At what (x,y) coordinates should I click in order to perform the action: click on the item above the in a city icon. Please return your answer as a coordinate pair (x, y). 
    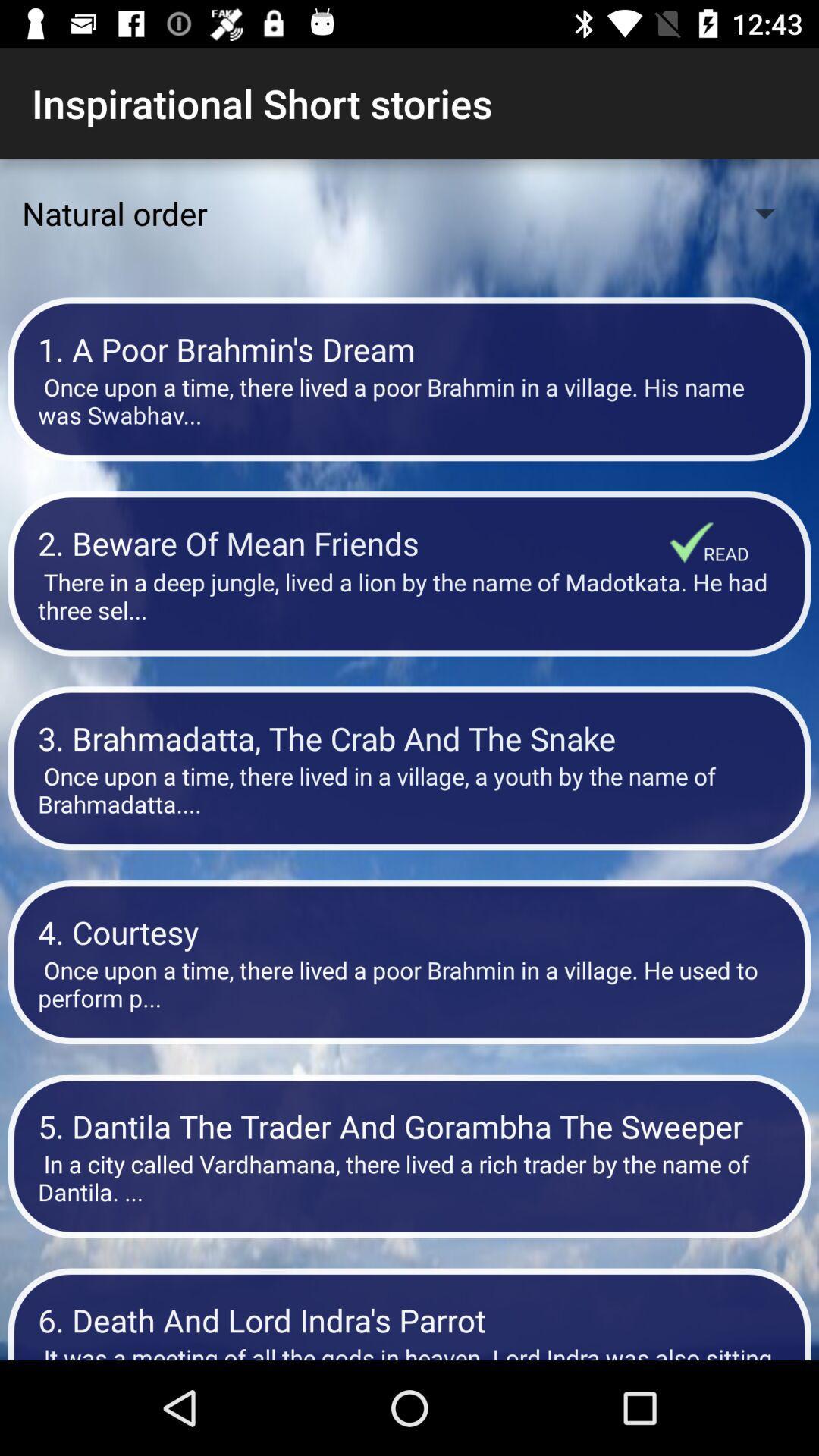
    Looking at the image, I should click on (409, 1125).